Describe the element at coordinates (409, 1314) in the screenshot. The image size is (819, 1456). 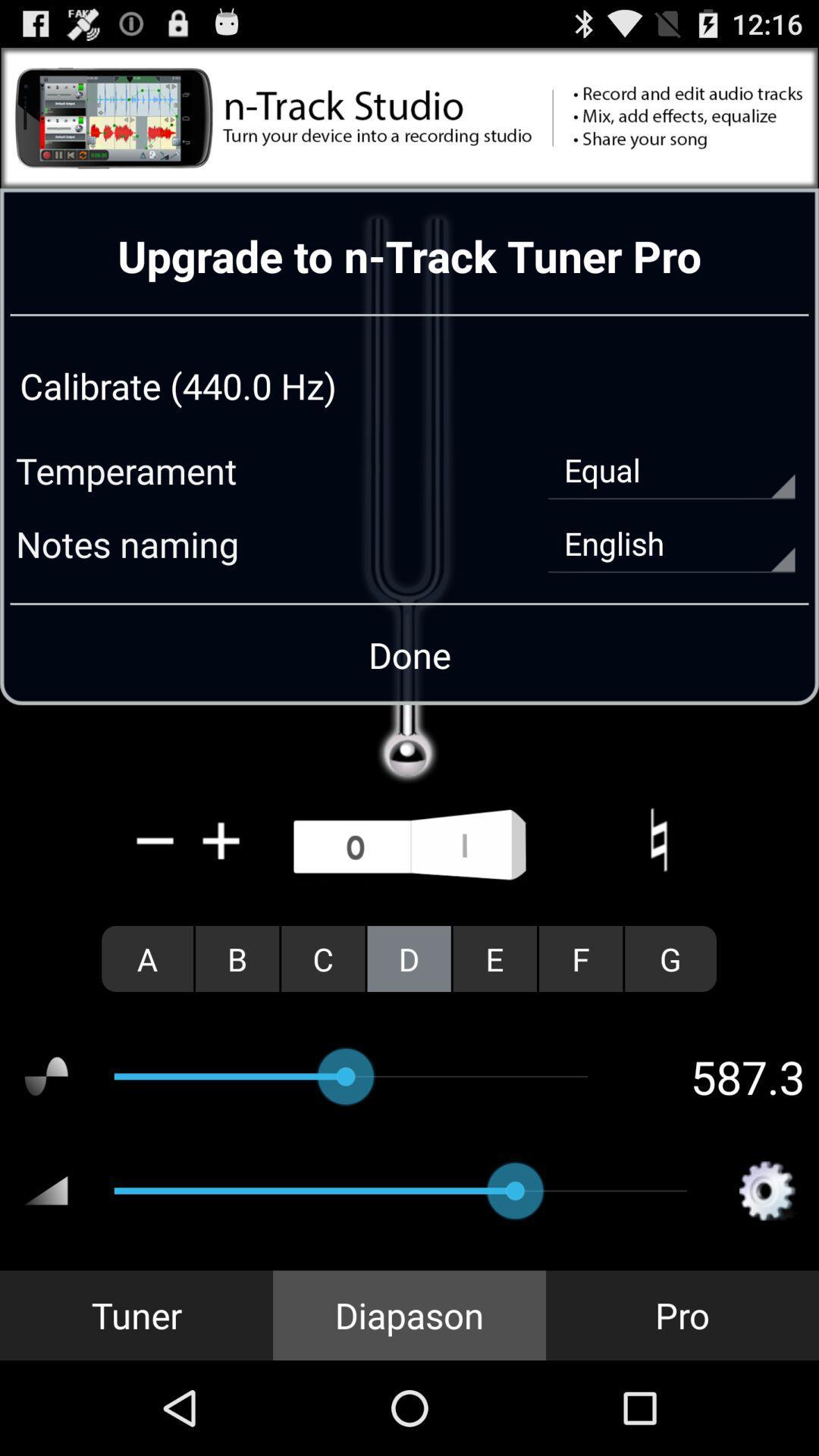
I see `diapason` at that location.